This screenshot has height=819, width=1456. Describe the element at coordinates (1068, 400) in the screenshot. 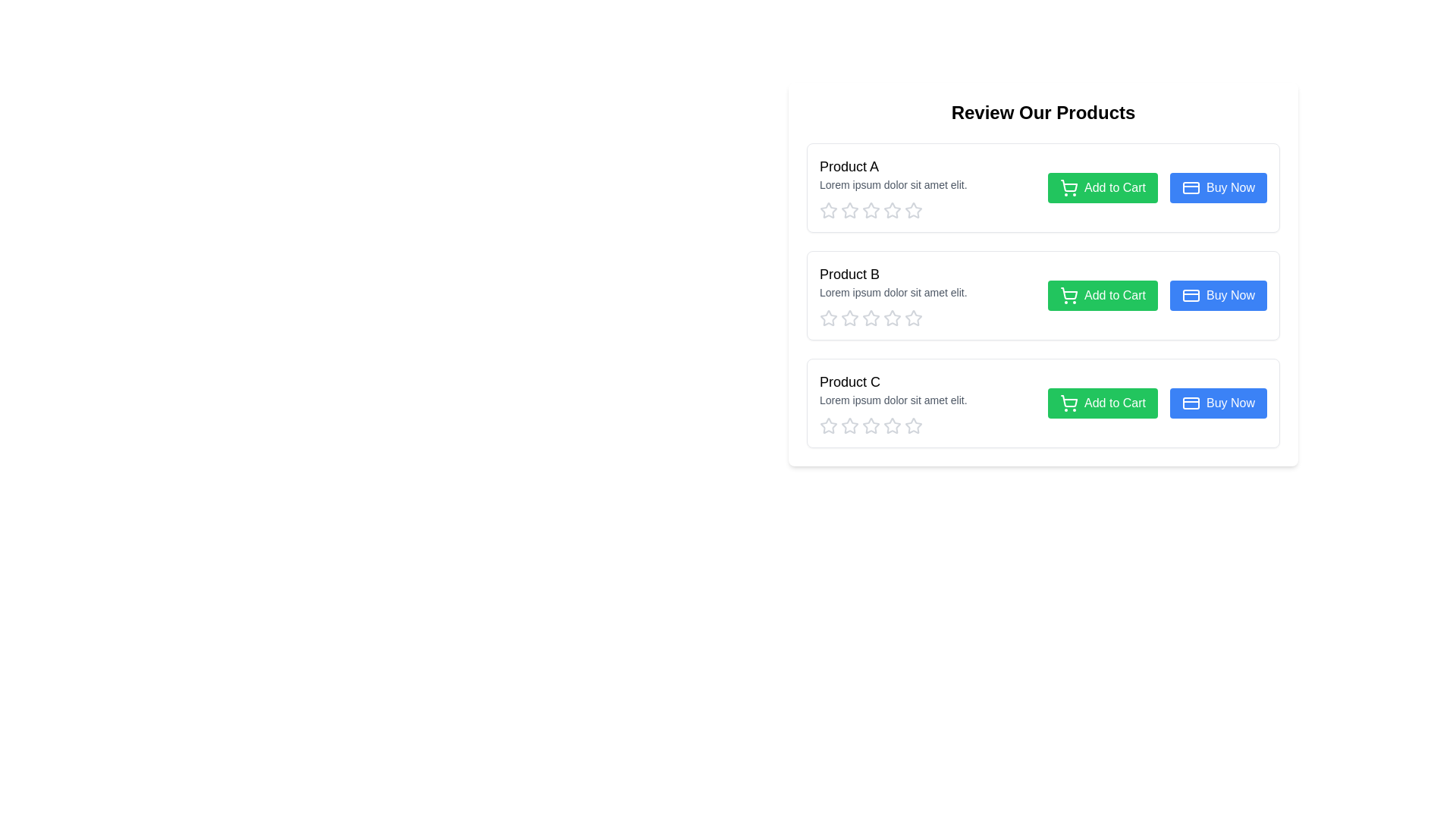

I see `the shopping cart icon located in the 'Add to Cart' button next to the 'Product C' description to interact with the button it is a part of` at that location.